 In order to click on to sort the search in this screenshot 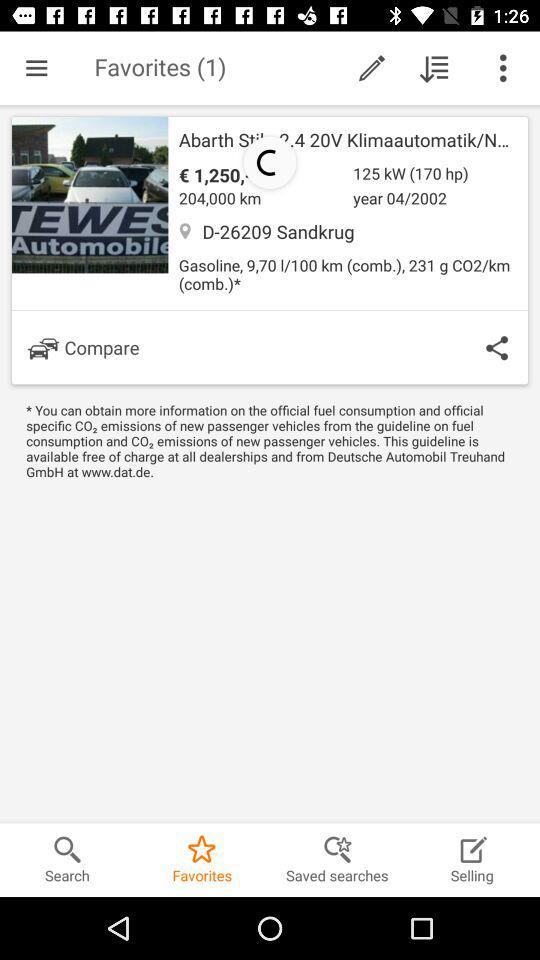, I will do `click(434, 68)`.